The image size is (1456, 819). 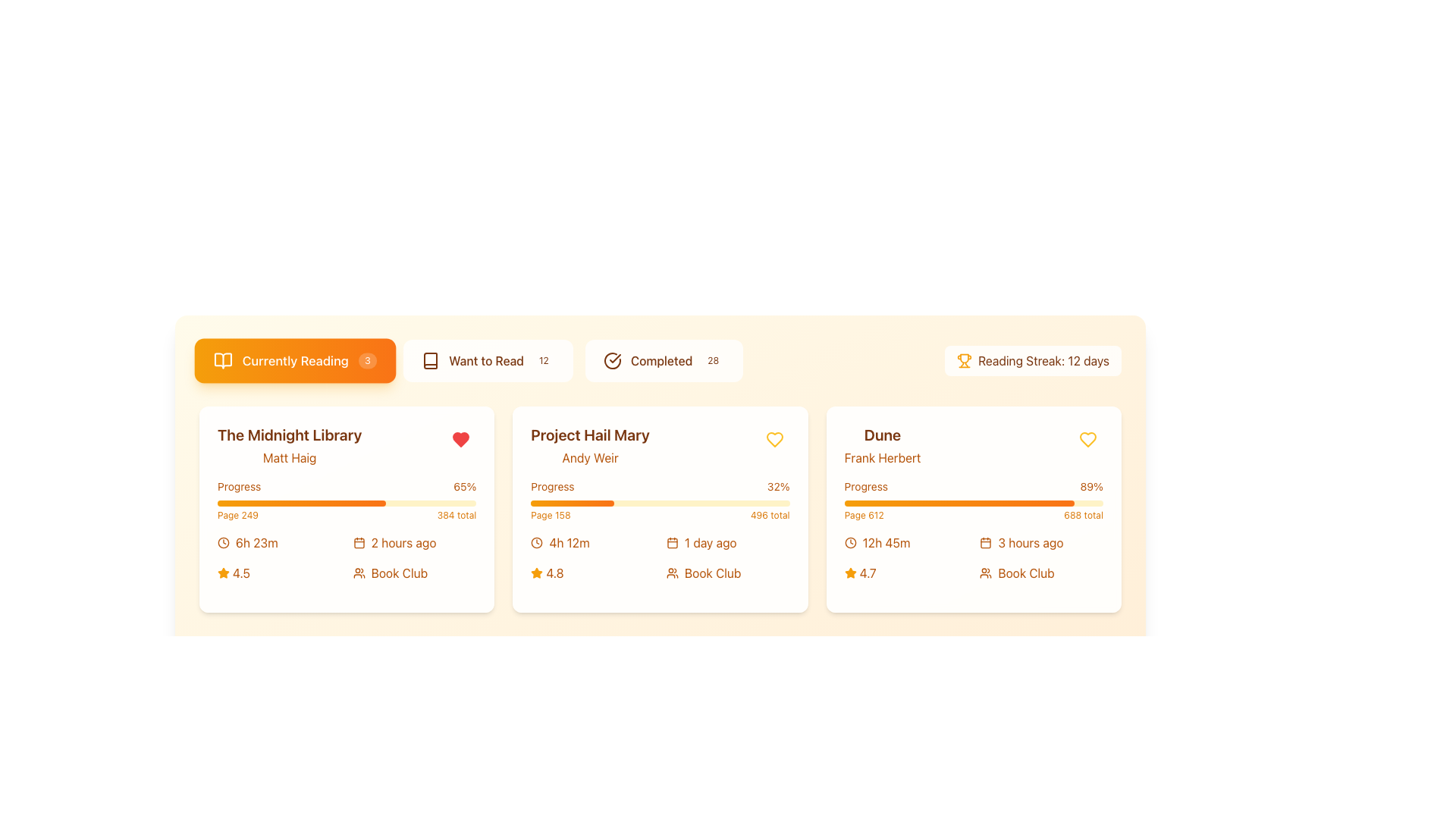 I want to click on the golden amber star-shaped icon located to the left of the numeric text '4.7' within the 'Dune' card layout, so click(x=850, y=573).